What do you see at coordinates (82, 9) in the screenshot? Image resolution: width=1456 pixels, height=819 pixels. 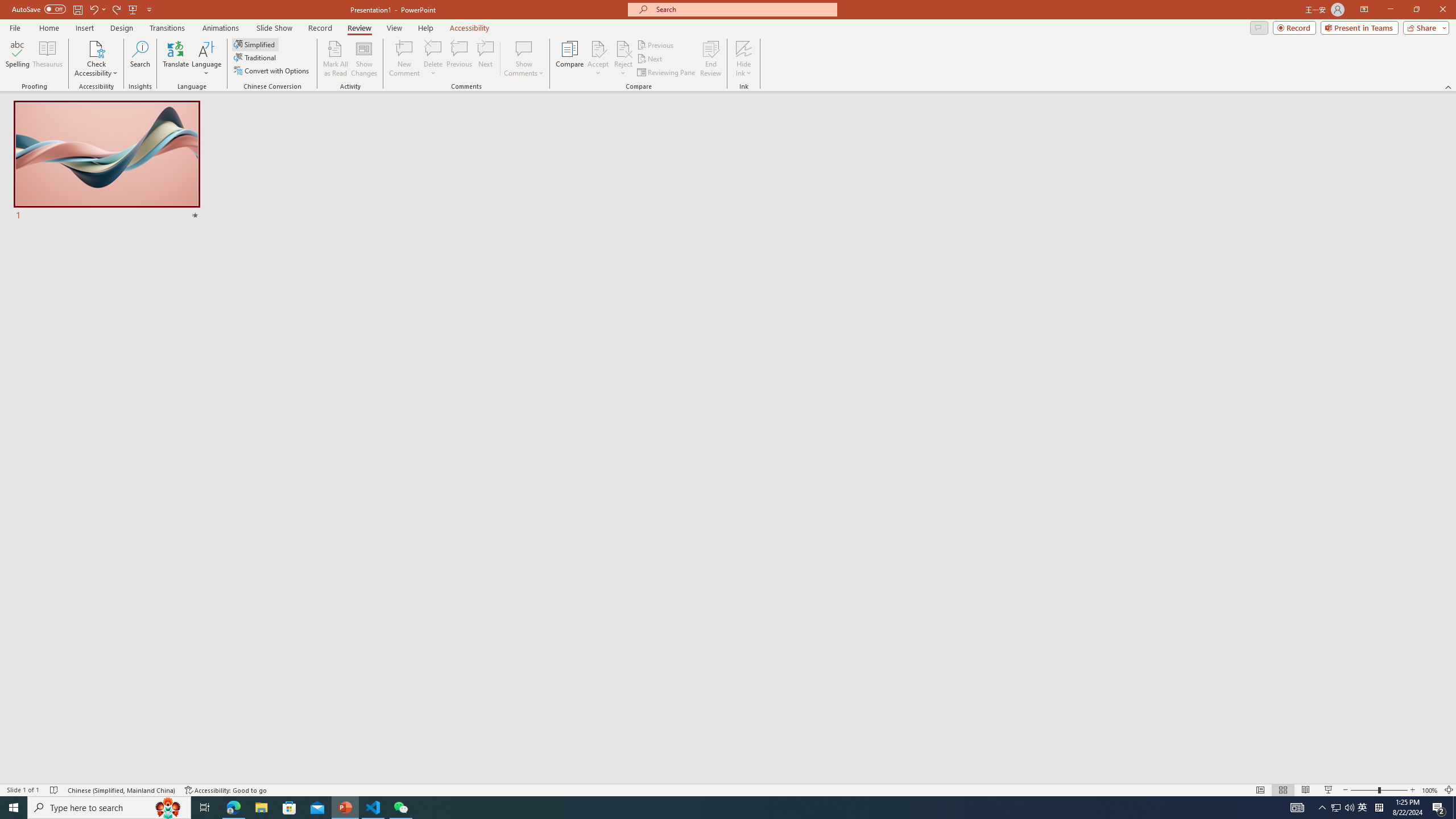 I see `'Quick Access Toolbar'` at bounding box center [82, 9].